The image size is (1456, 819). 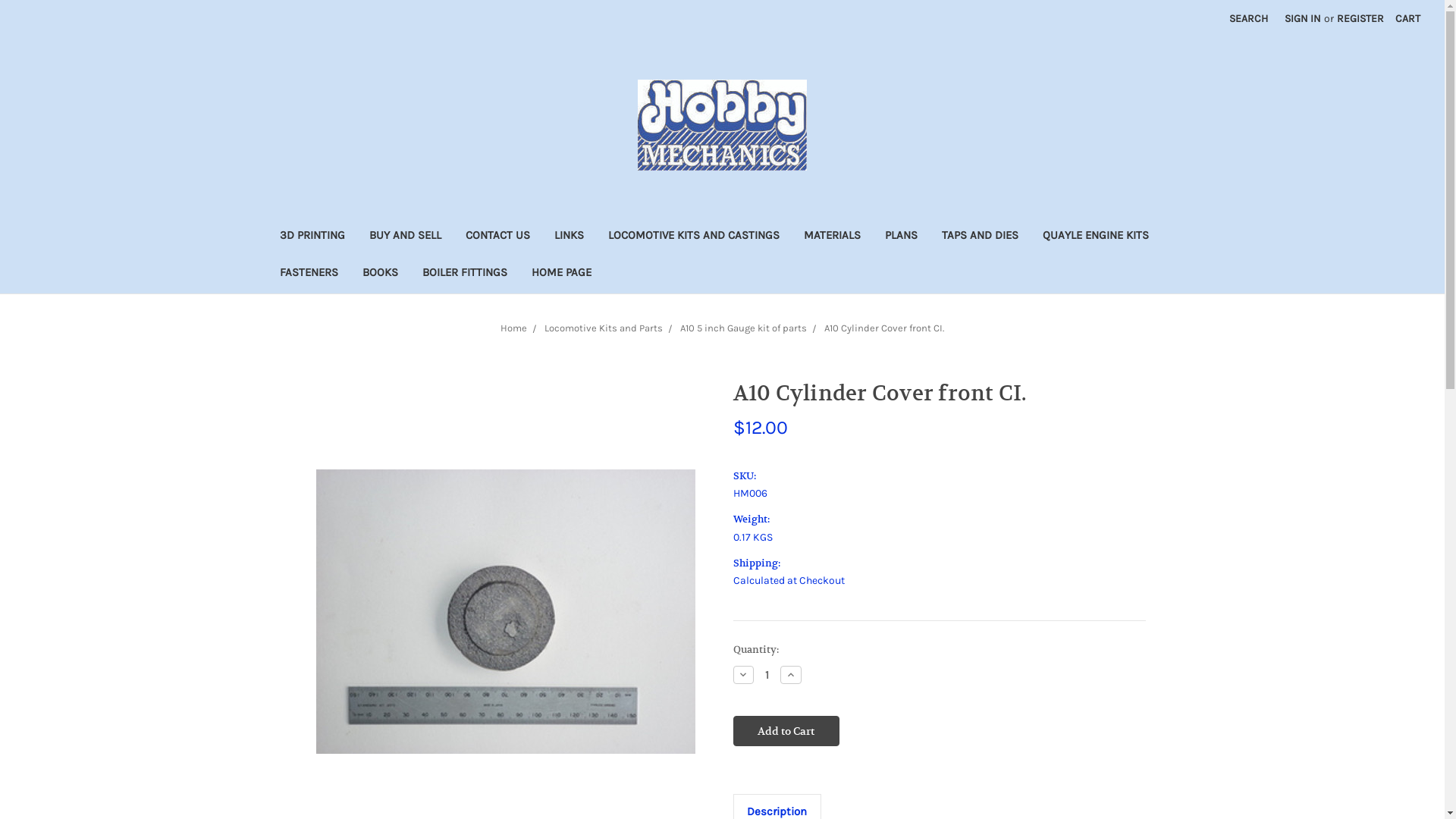 What do you see at coordinates (743, 327) in the screenshot?
I see `'A10 5 inch Gauge kit of parts'` at bounding box center [743, 327].